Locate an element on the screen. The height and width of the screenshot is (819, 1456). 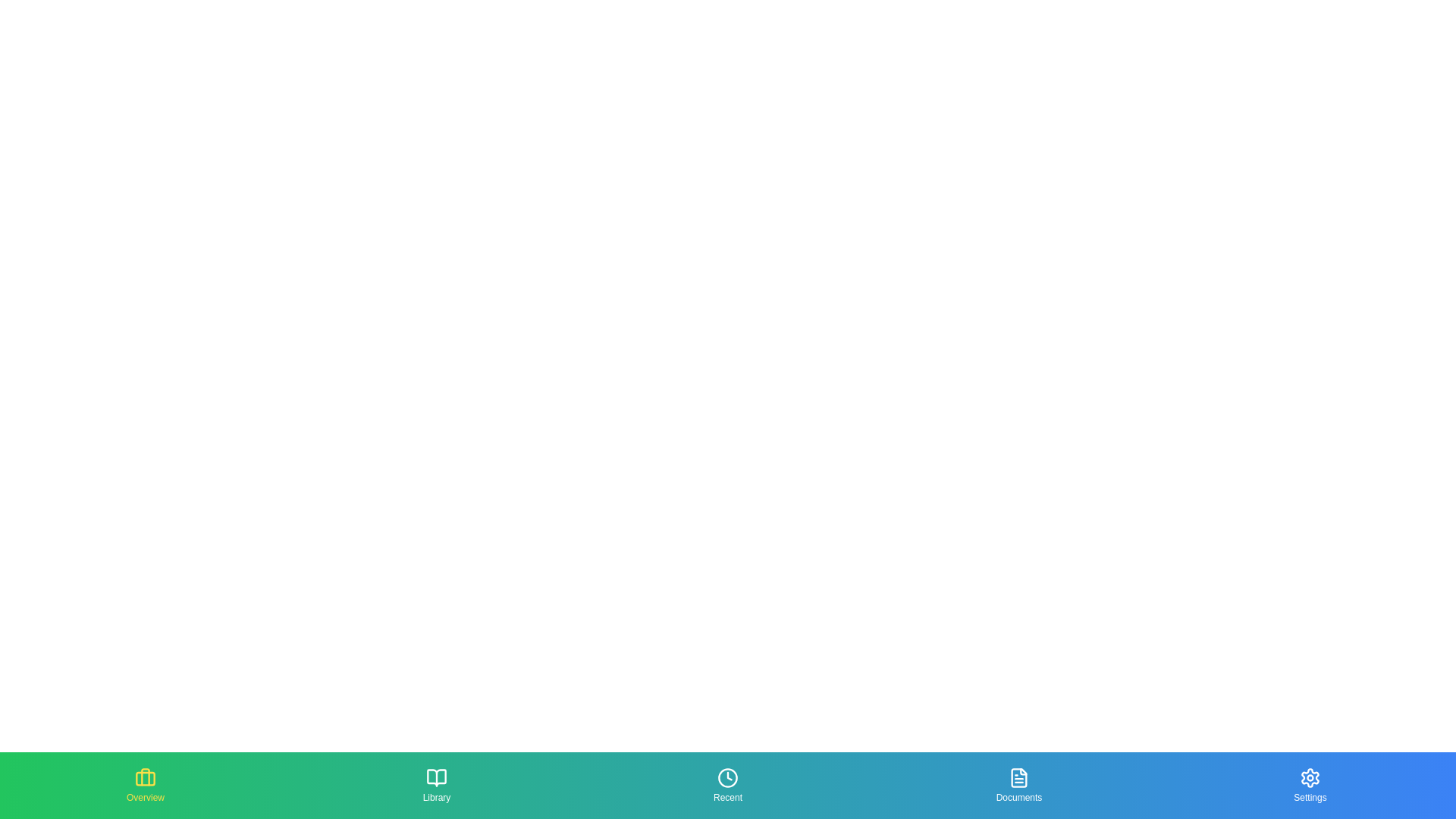
the button corresponding to the Library section is located at coordinates (436, 785).